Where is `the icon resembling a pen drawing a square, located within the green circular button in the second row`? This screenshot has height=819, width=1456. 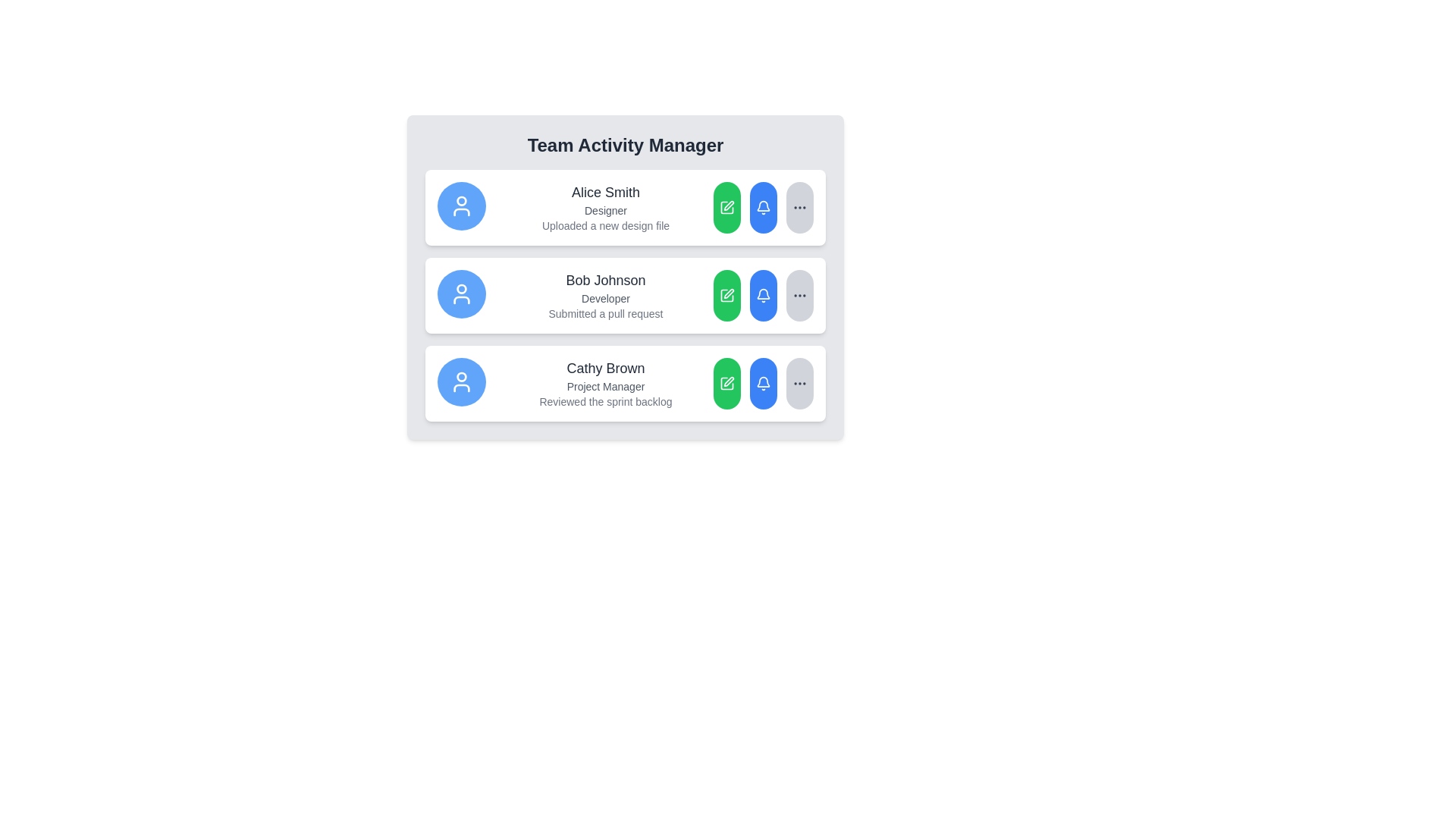 the icon resembling a pen drawing a square, located within the green circular button in the second row is located at coordinates (726, 295).